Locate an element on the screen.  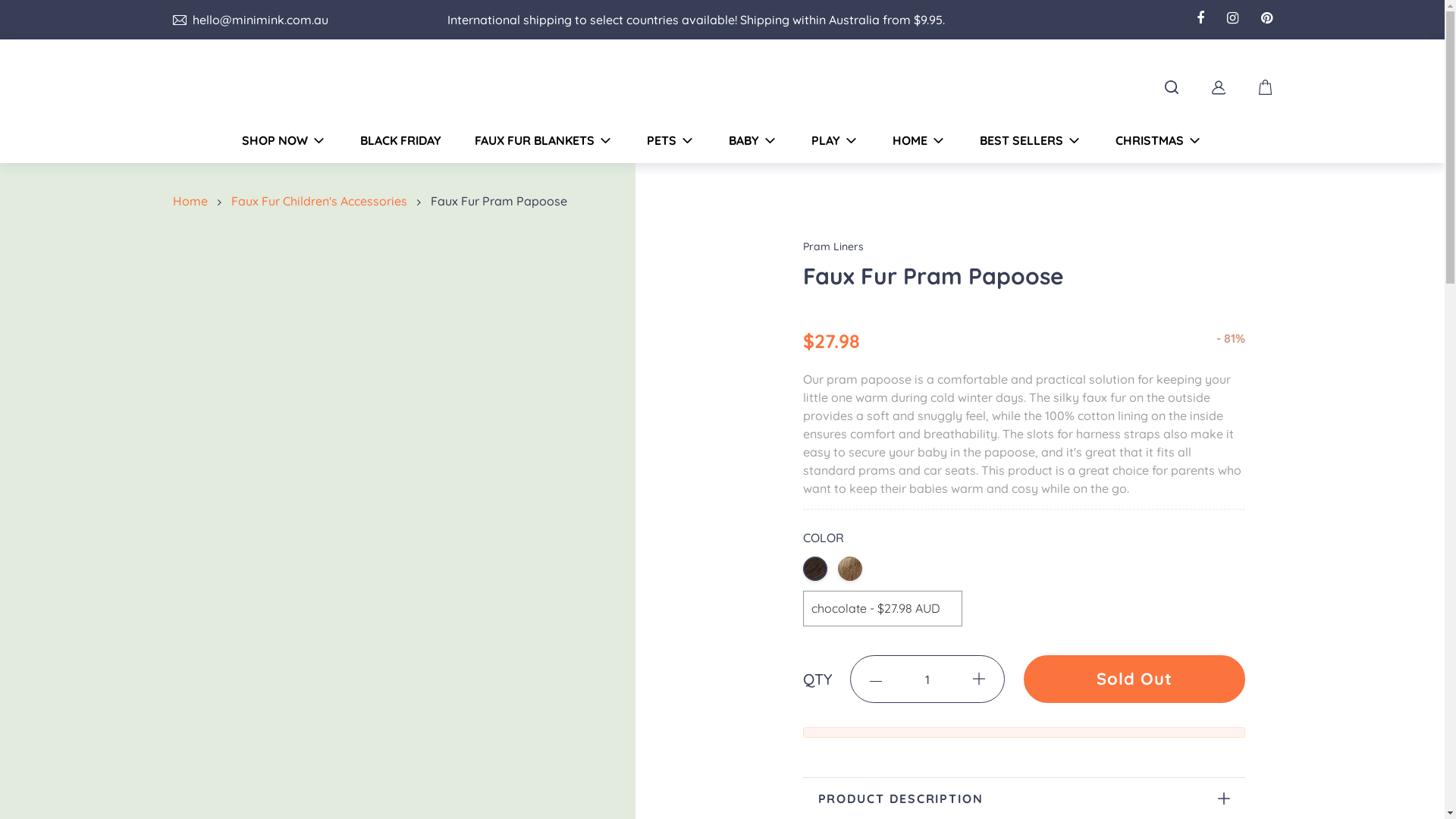
'Faux Fur Children'S Accessories' is located at coordinates (320, 200).